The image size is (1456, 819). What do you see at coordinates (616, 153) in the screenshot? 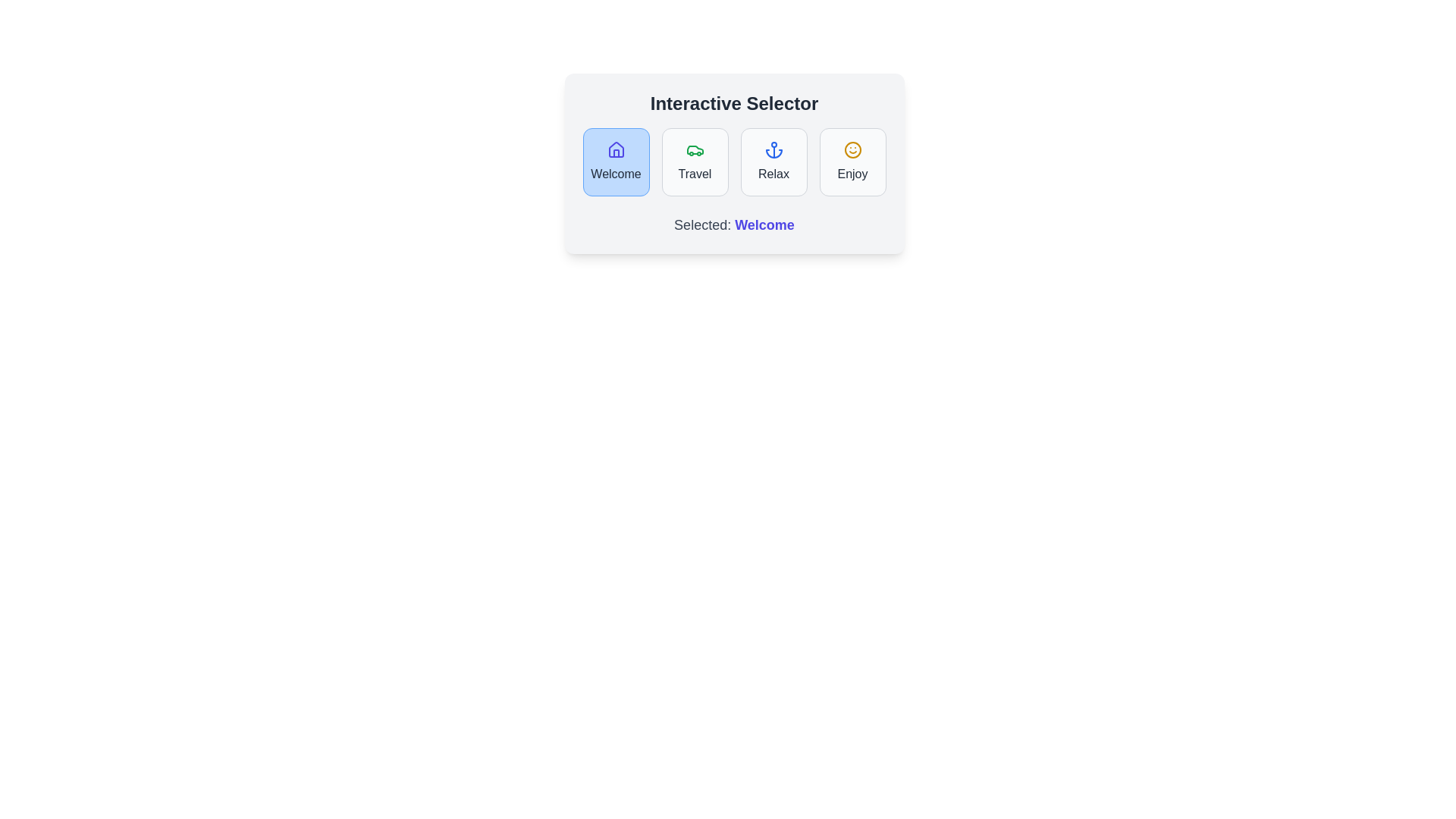
I see `the decorative door component of the home icon within the 'Welcome' button, which is the first button in a row of four at the top-center of the interface` at bounding box center [616, 153].